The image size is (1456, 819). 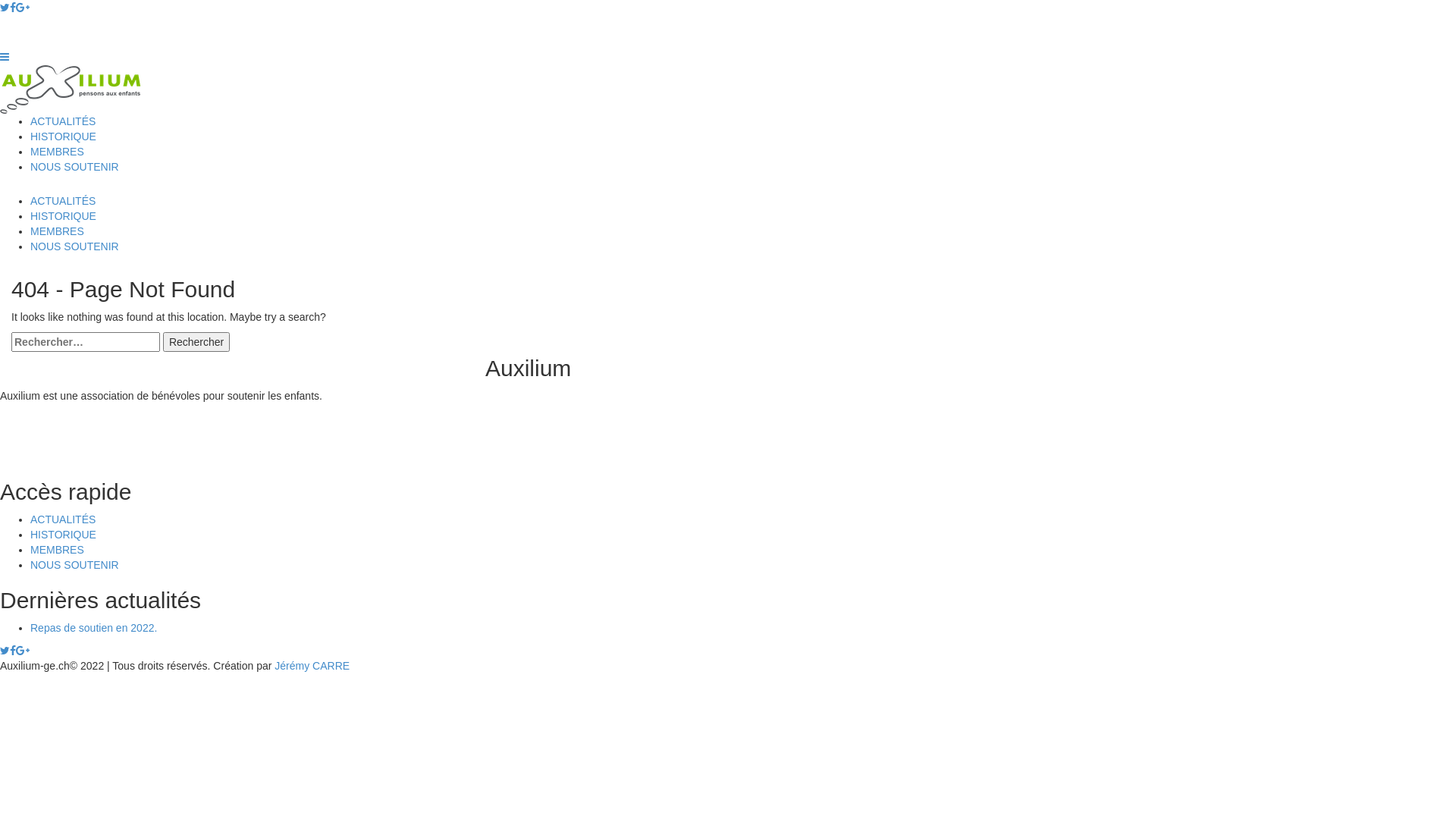 I want to click on 'HISTORIQUE', so click(x=62, y=534).